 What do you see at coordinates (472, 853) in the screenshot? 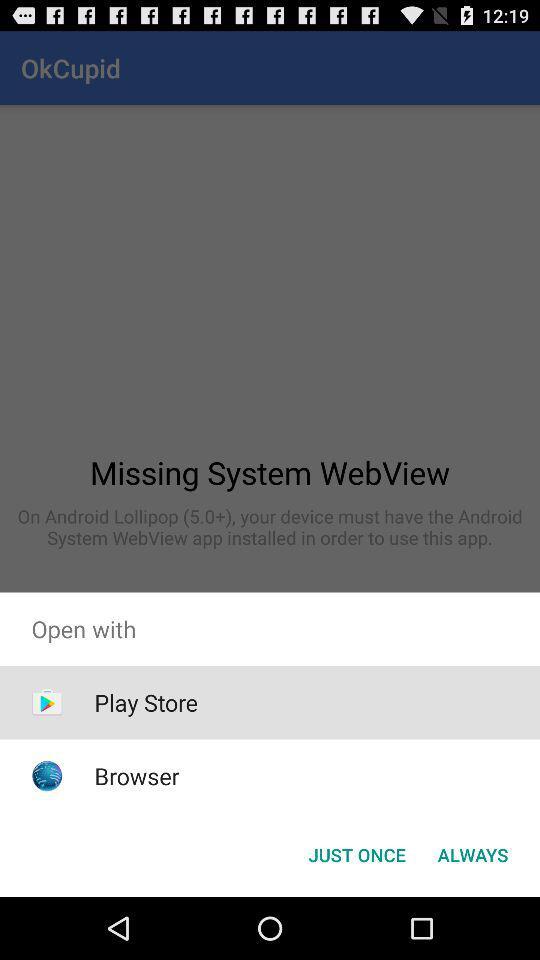
I see `the item next to just once icon` at bounding box center [472, 853].